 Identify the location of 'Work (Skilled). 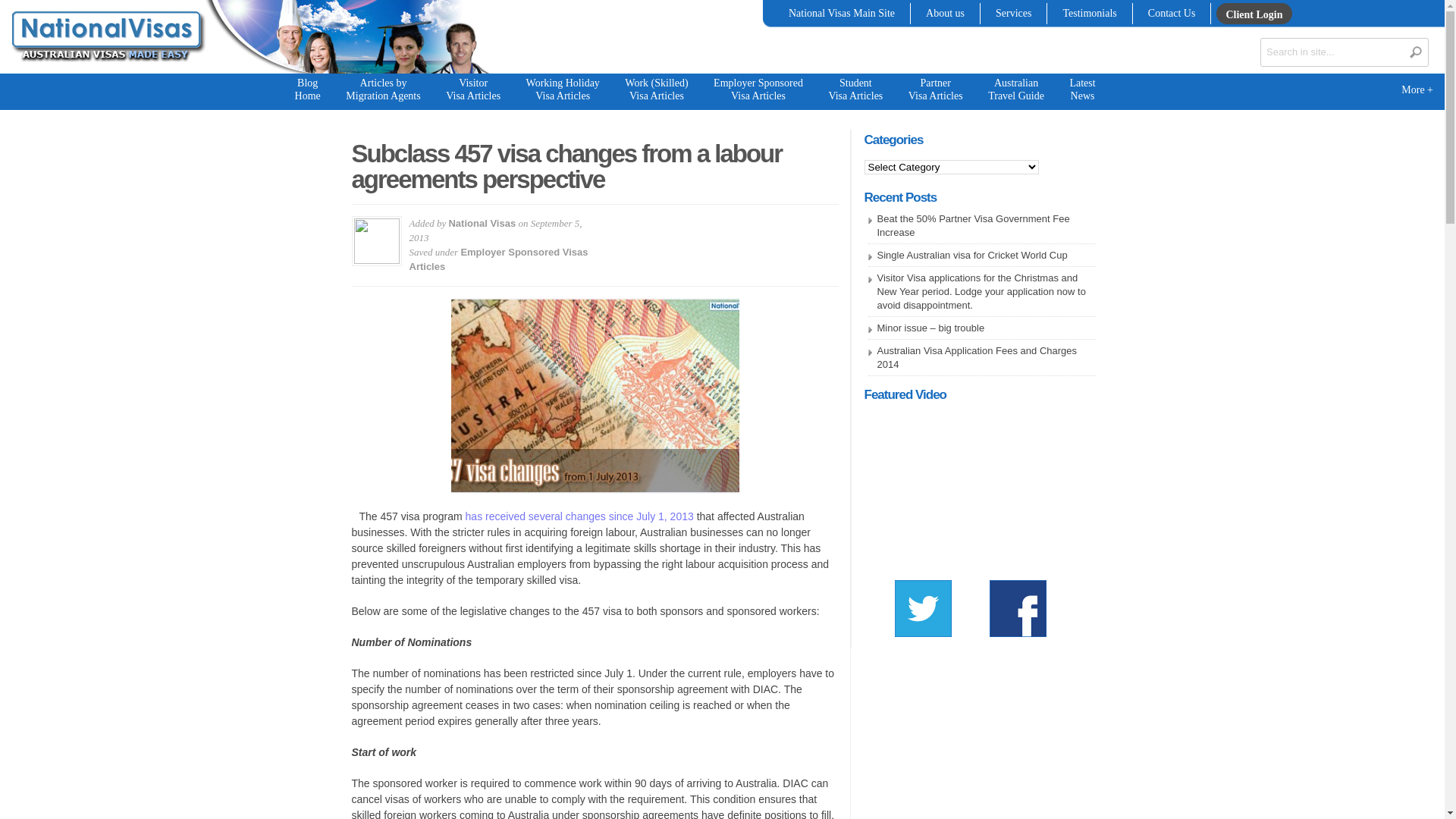
(656, 90).